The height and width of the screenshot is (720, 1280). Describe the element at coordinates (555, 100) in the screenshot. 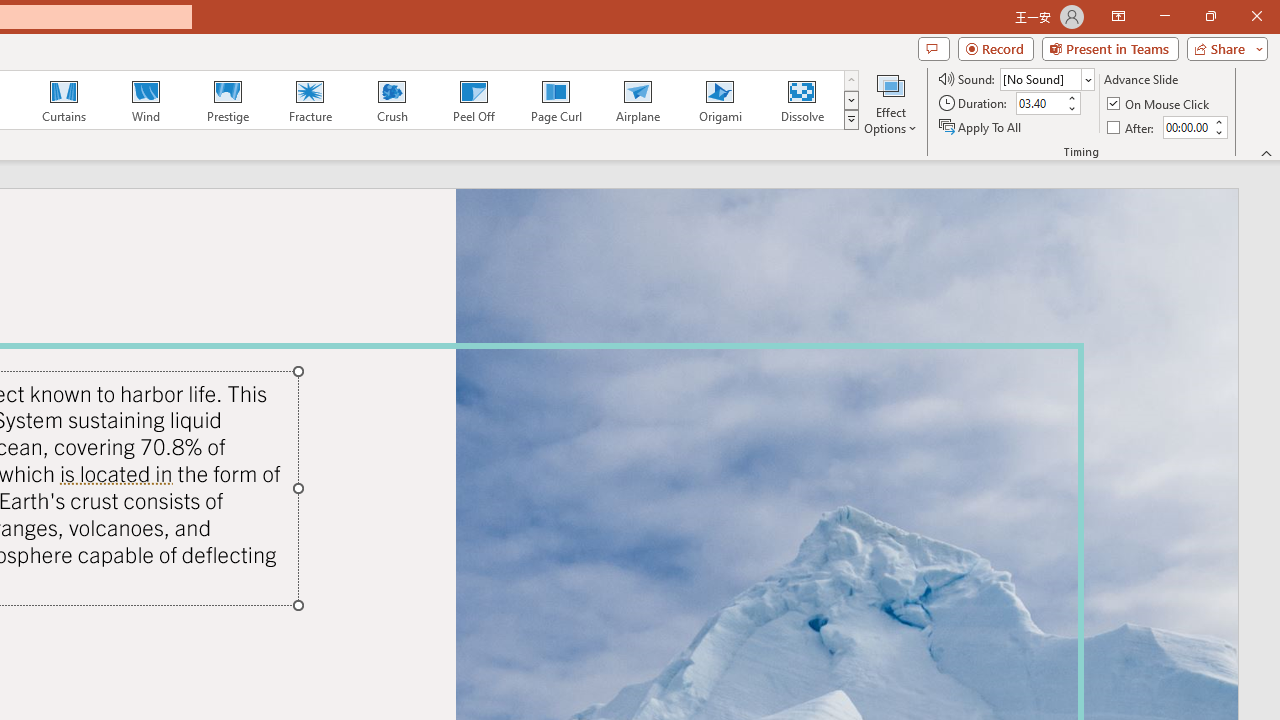

I see `'Page Curl'` at that location.